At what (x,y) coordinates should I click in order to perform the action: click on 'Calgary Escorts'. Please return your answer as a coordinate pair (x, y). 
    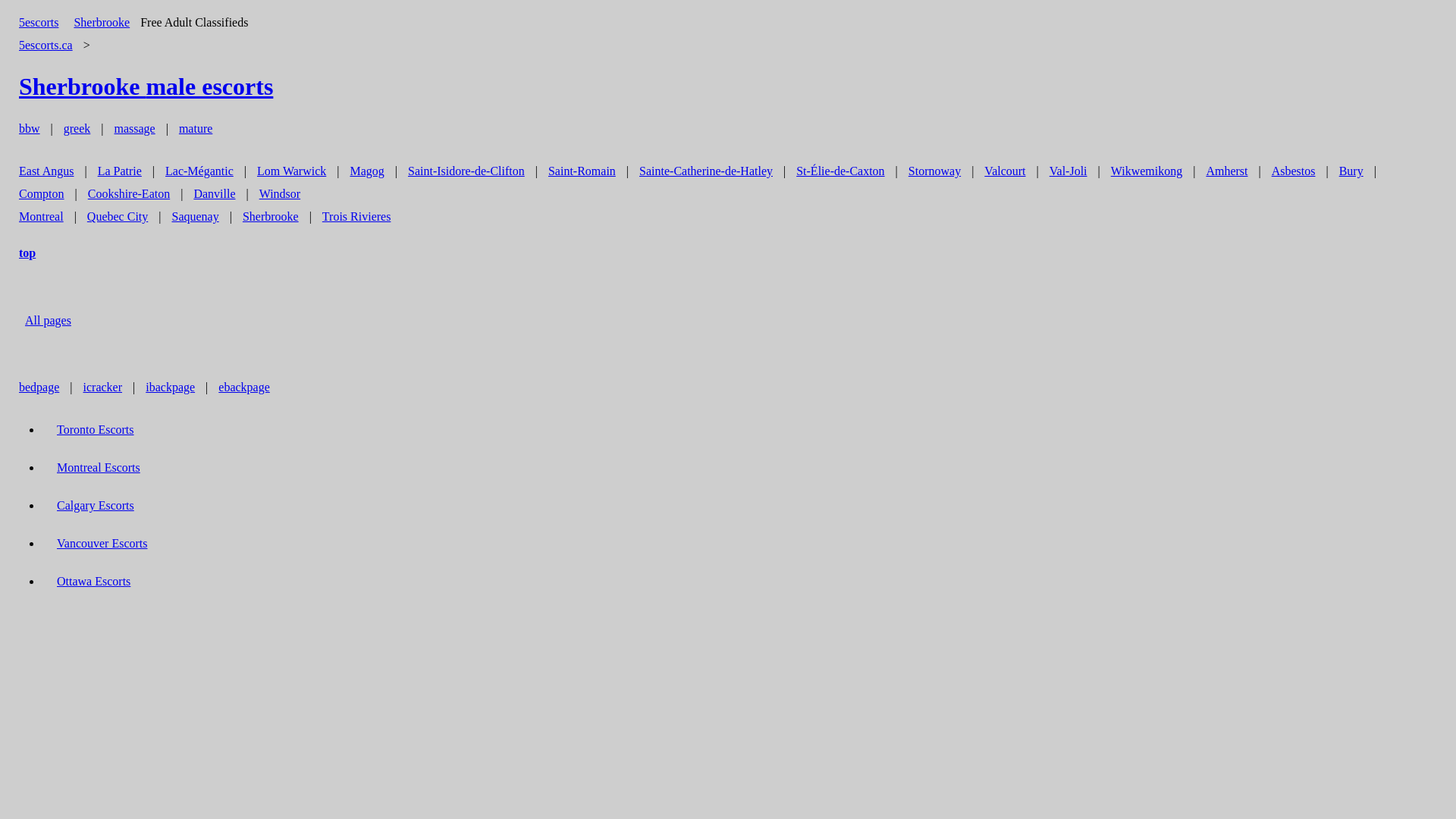
    Looking at the image, I should click on (94, 505).